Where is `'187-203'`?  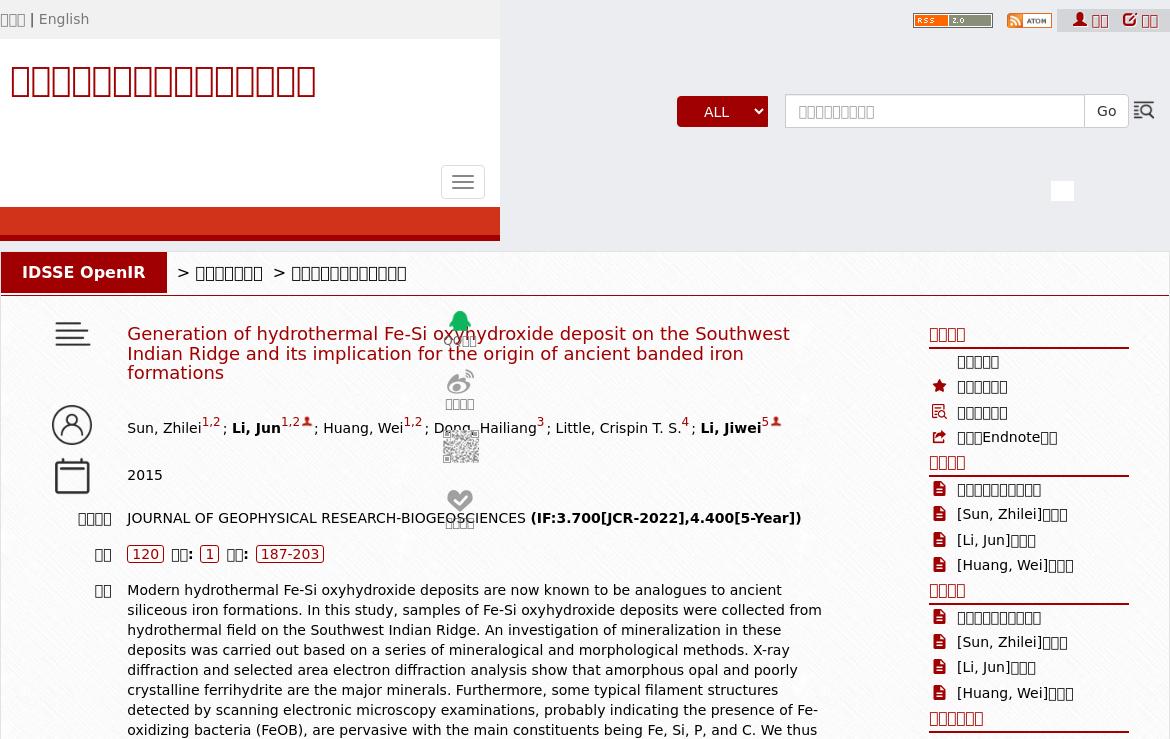
'187-203' is located at coordinates (289, 553).